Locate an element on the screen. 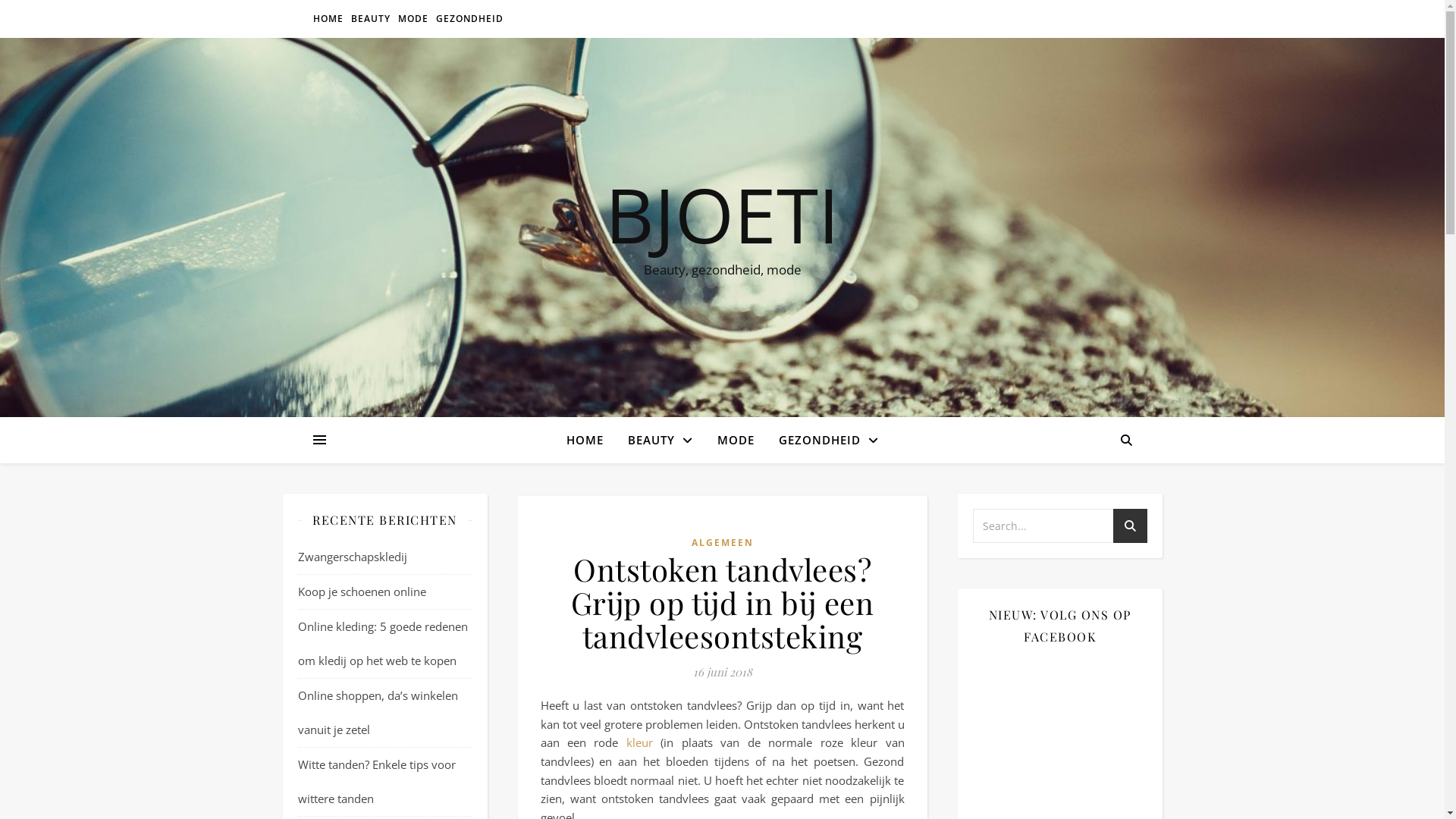 The width and height of the screenshot is (1456, 819). 'BJOETI' is located at coordinates (721, 213).